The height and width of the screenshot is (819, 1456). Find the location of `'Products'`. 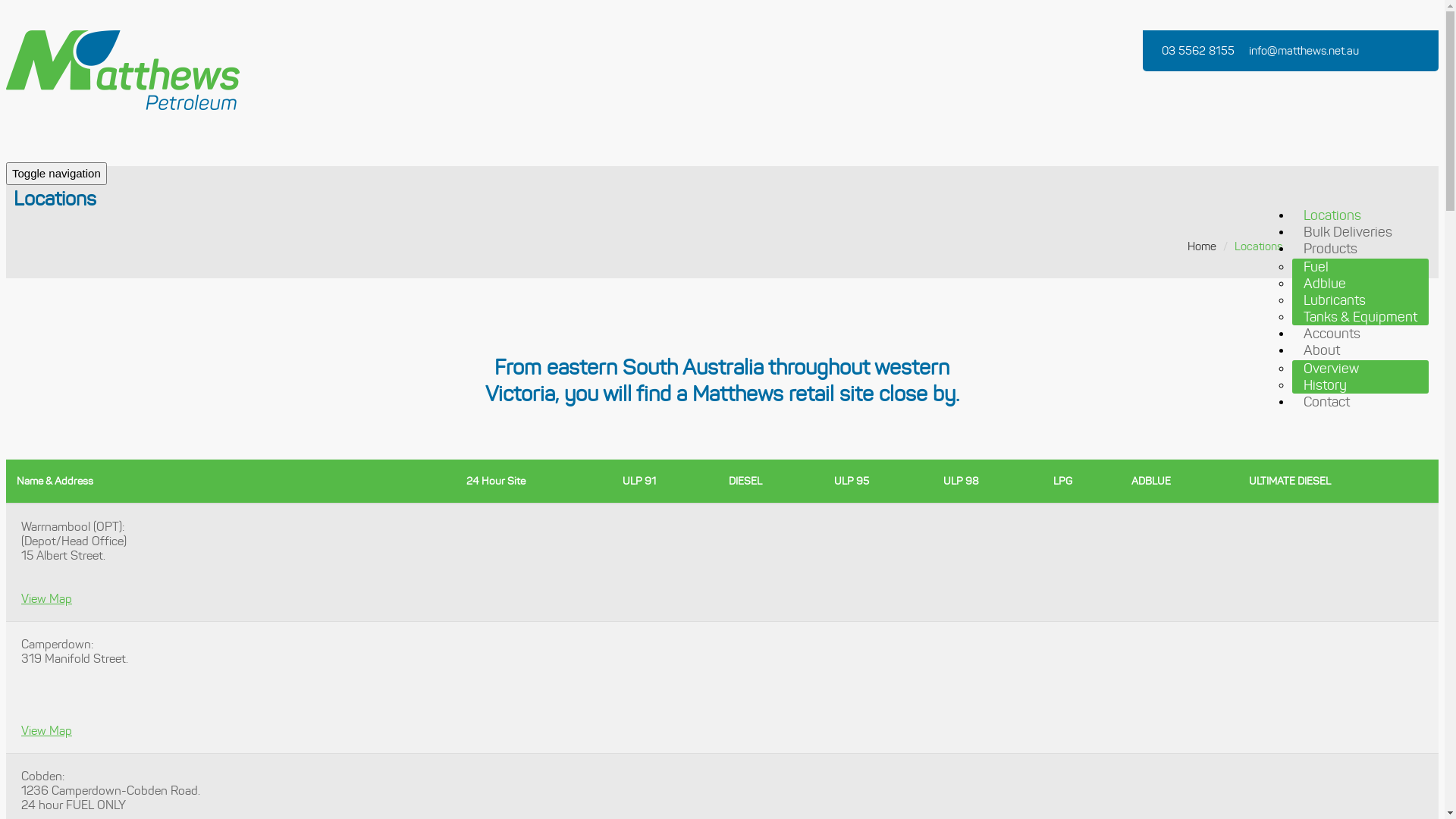

'Products' is located at coordinates (1329, 247).